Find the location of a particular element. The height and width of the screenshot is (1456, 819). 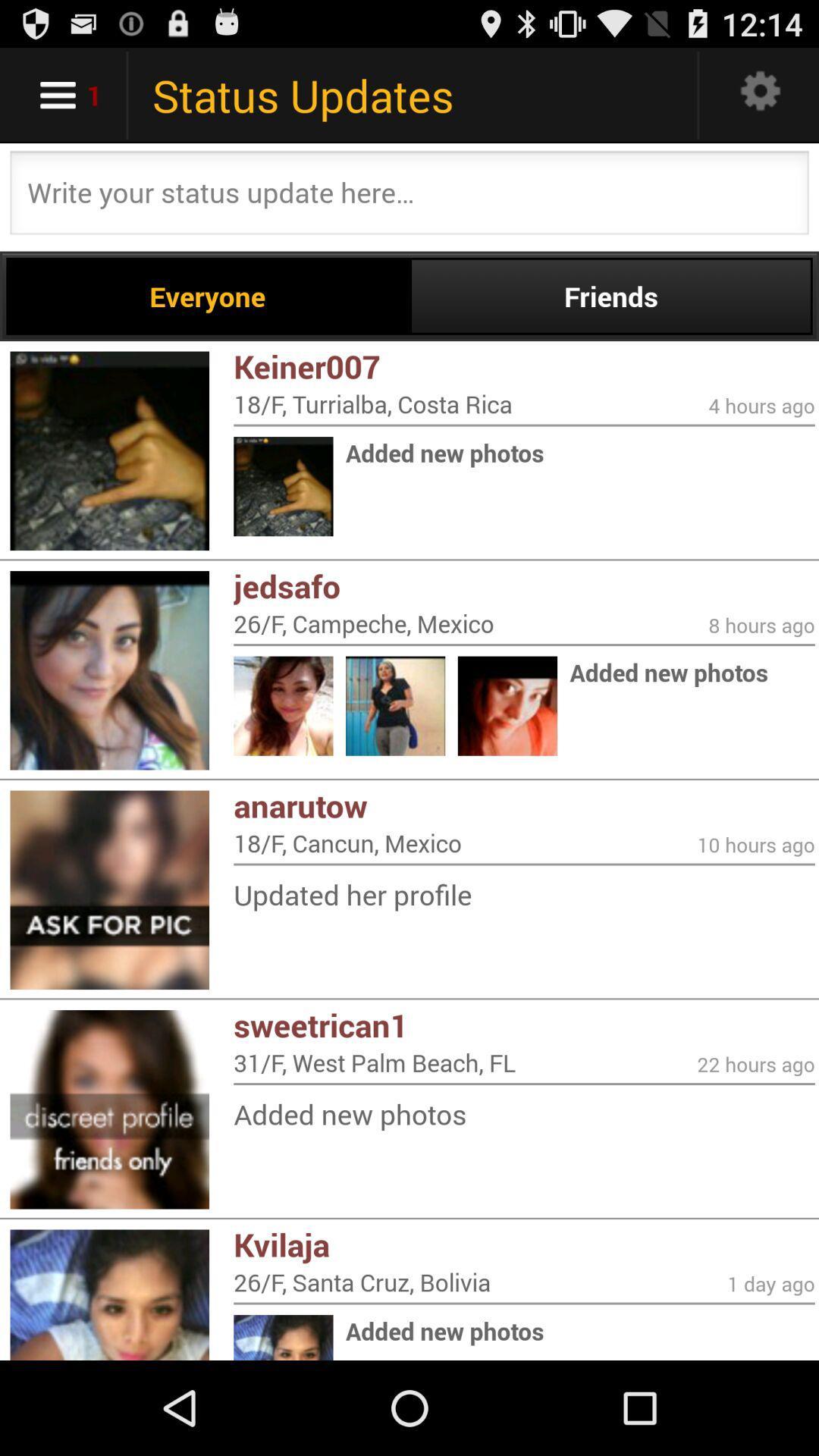

the friends item is located at coordinates (610, 296).